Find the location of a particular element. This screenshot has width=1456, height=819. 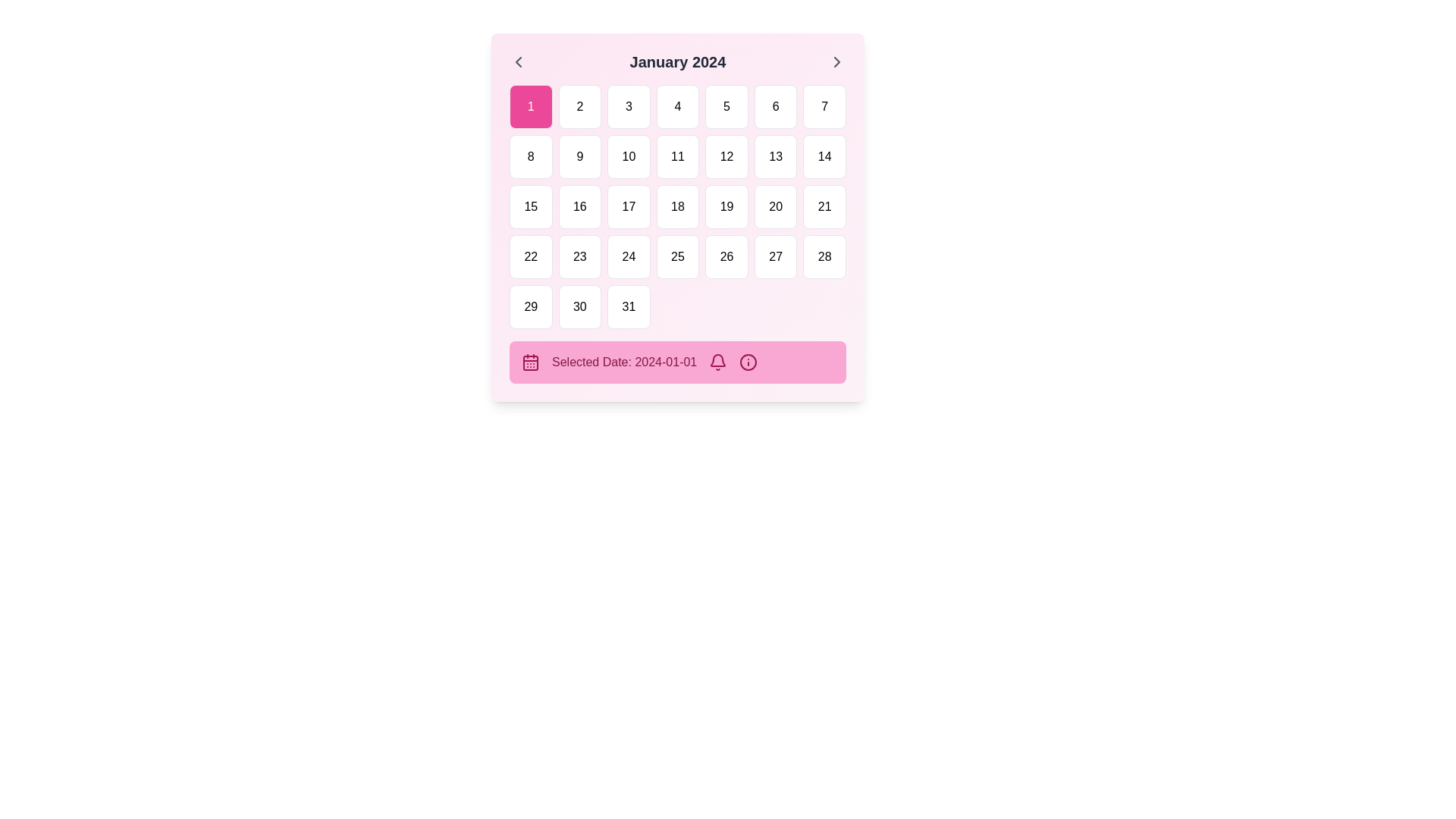

the information icon button located at the far right of the footer in the date picker interface is located at coordinates (748, 362).